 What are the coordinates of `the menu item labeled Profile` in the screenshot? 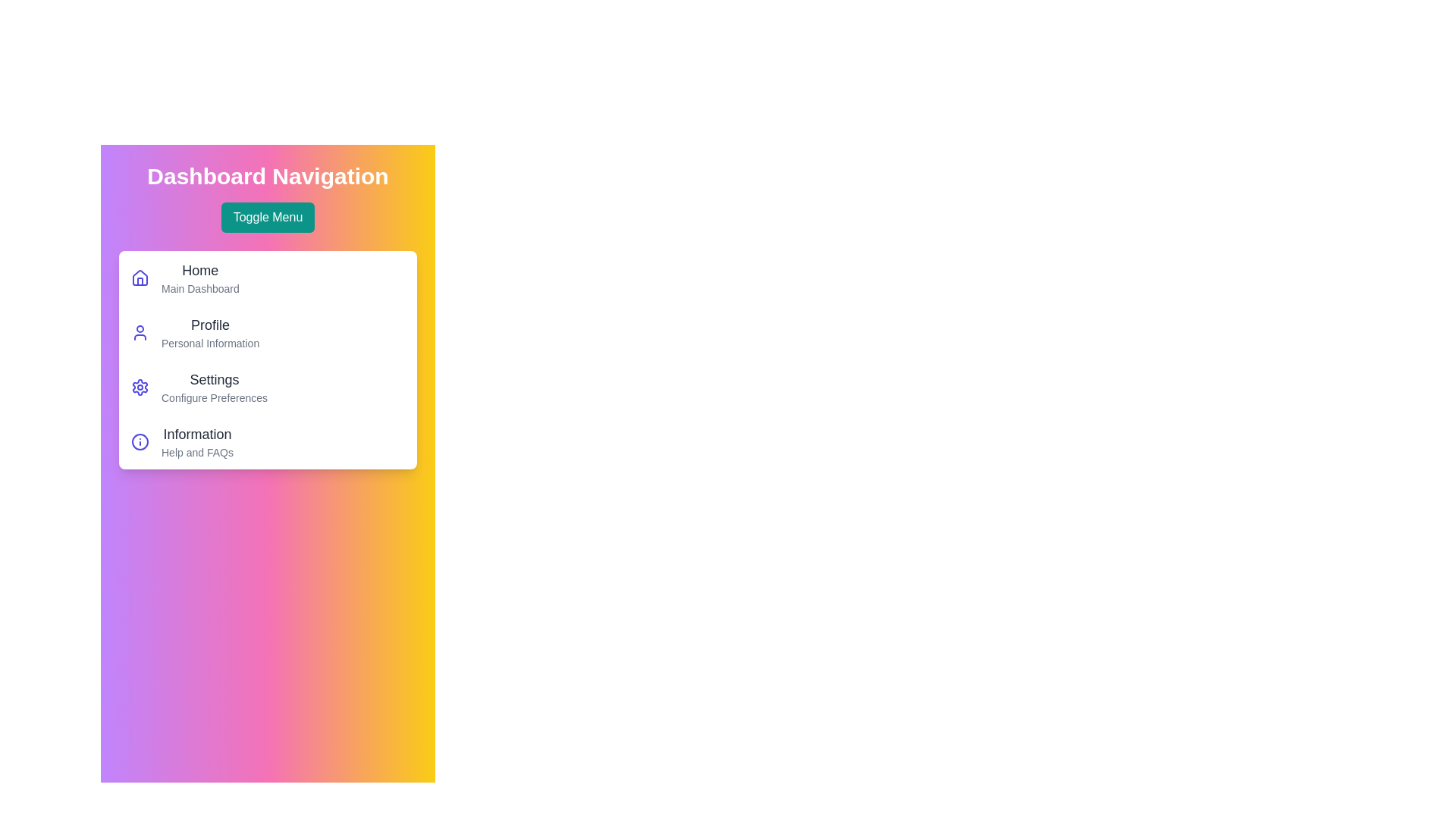 It's located at (209, 324).